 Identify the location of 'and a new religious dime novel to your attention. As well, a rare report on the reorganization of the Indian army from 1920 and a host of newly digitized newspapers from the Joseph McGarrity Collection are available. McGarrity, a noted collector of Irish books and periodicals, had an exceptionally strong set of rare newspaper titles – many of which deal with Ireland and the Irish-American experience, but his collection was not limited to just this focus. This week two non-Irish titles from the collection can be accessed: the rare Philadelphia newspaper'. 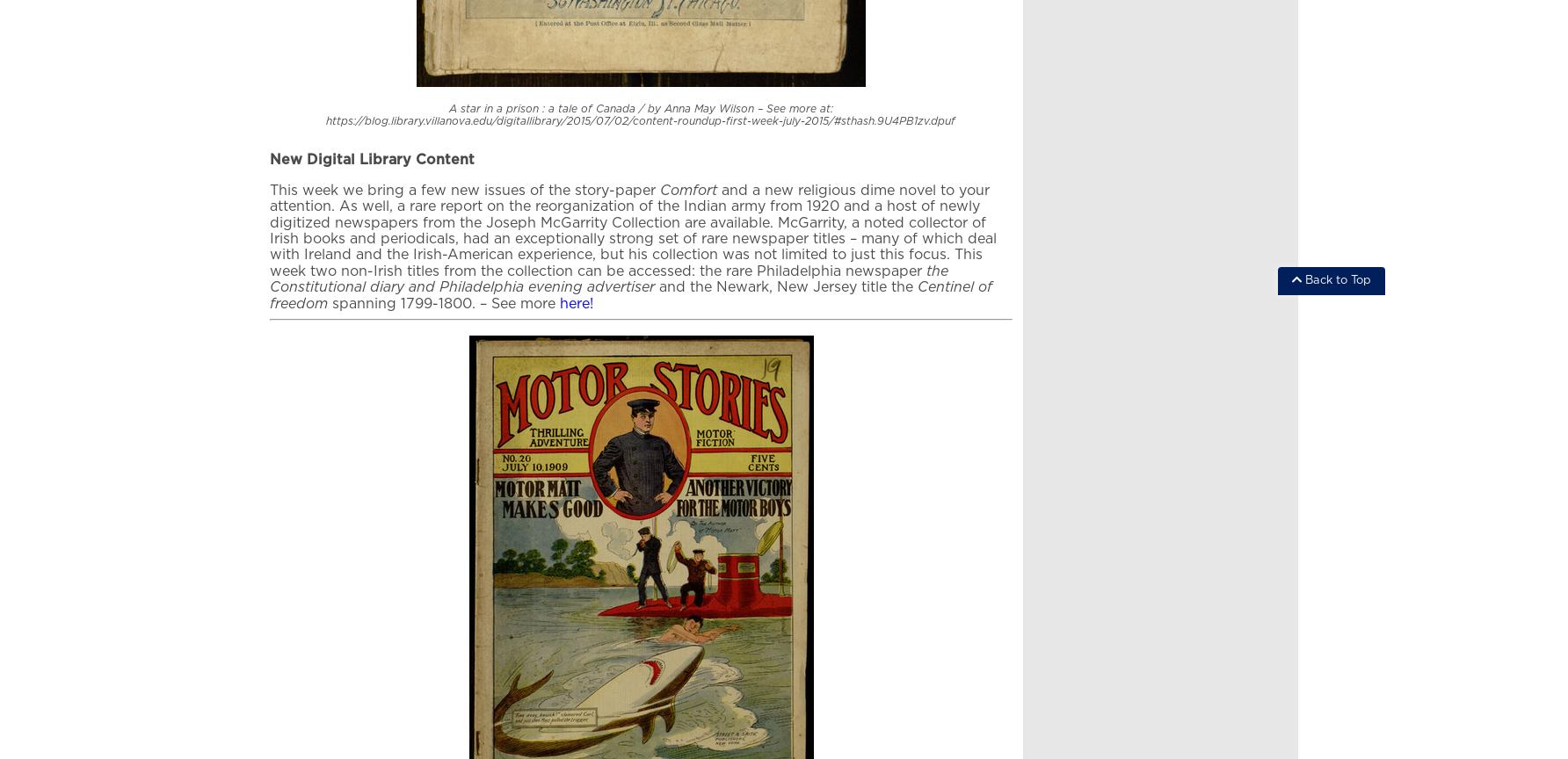
(633, 229).